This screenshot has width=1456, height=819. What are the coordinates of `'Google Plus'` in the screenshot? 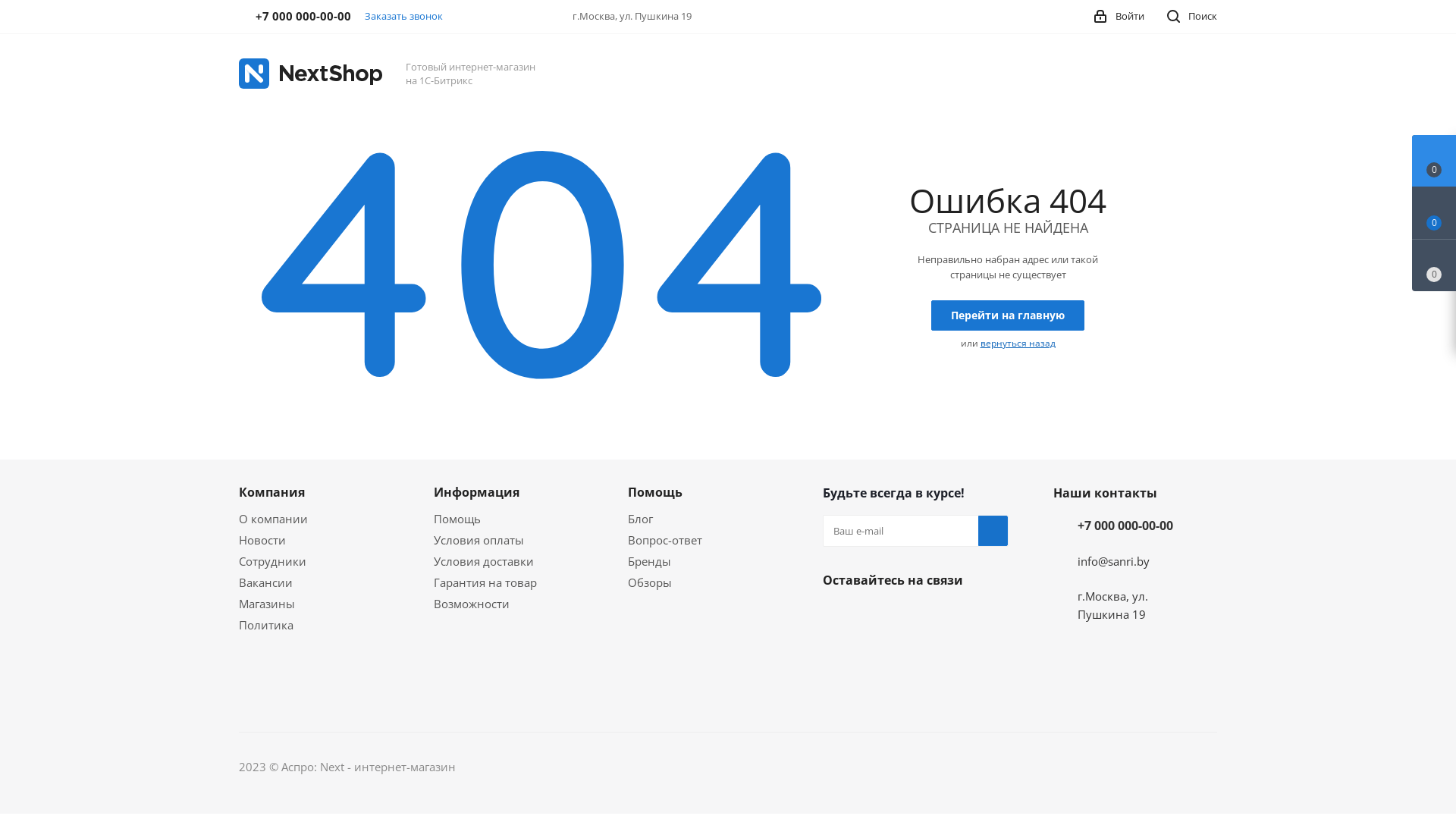 It's located at (836, 691).